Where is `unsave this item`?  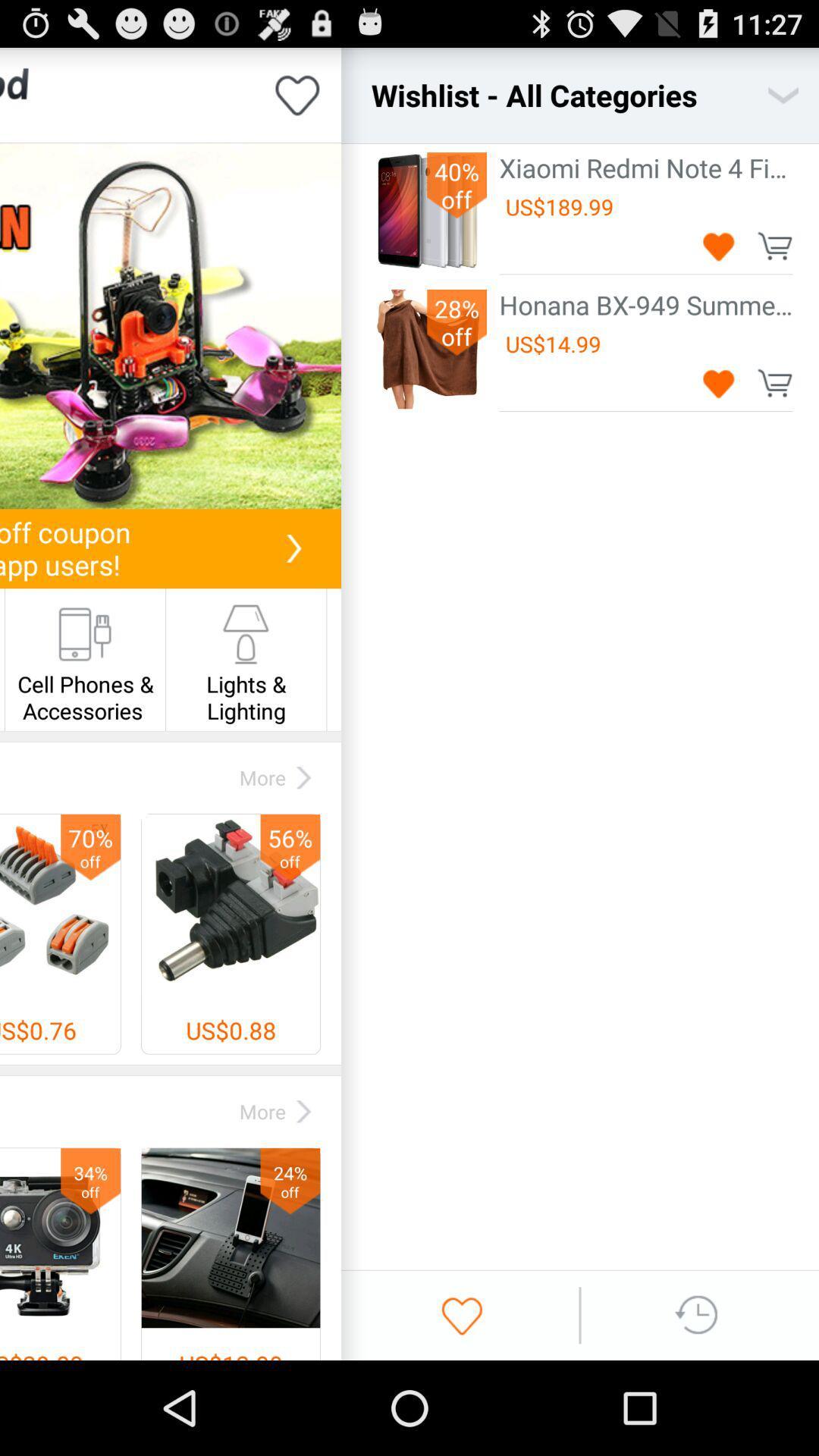 unsave this item is located at coordinates (718, 383).